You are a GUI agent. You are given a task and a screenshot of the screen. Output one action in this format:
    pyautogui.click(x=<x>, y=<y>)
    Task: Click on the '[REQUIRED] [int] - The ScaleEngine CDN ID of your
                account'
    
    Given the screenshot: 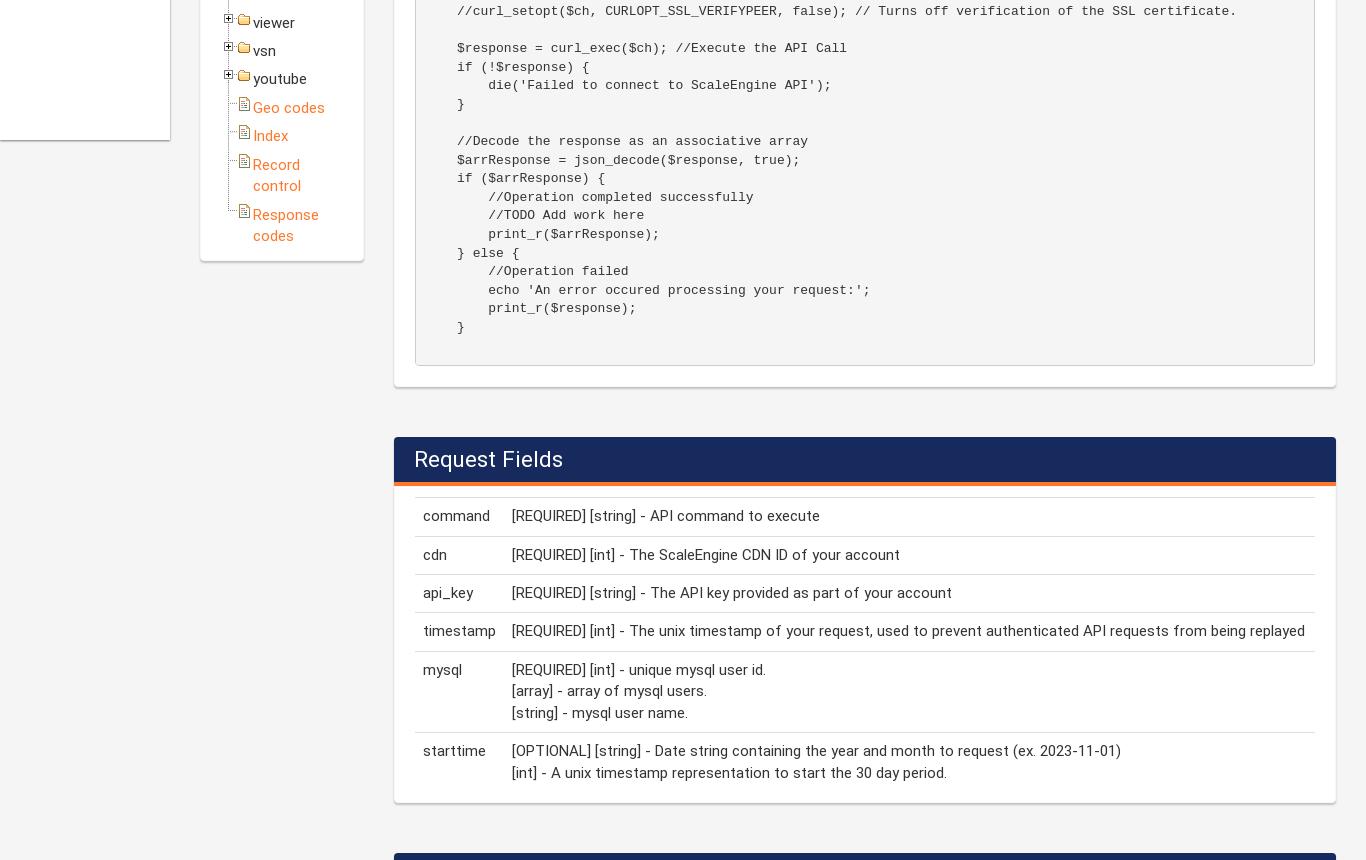 What is the action you would take?
    pyautogui.click(x=705, y=554)
    